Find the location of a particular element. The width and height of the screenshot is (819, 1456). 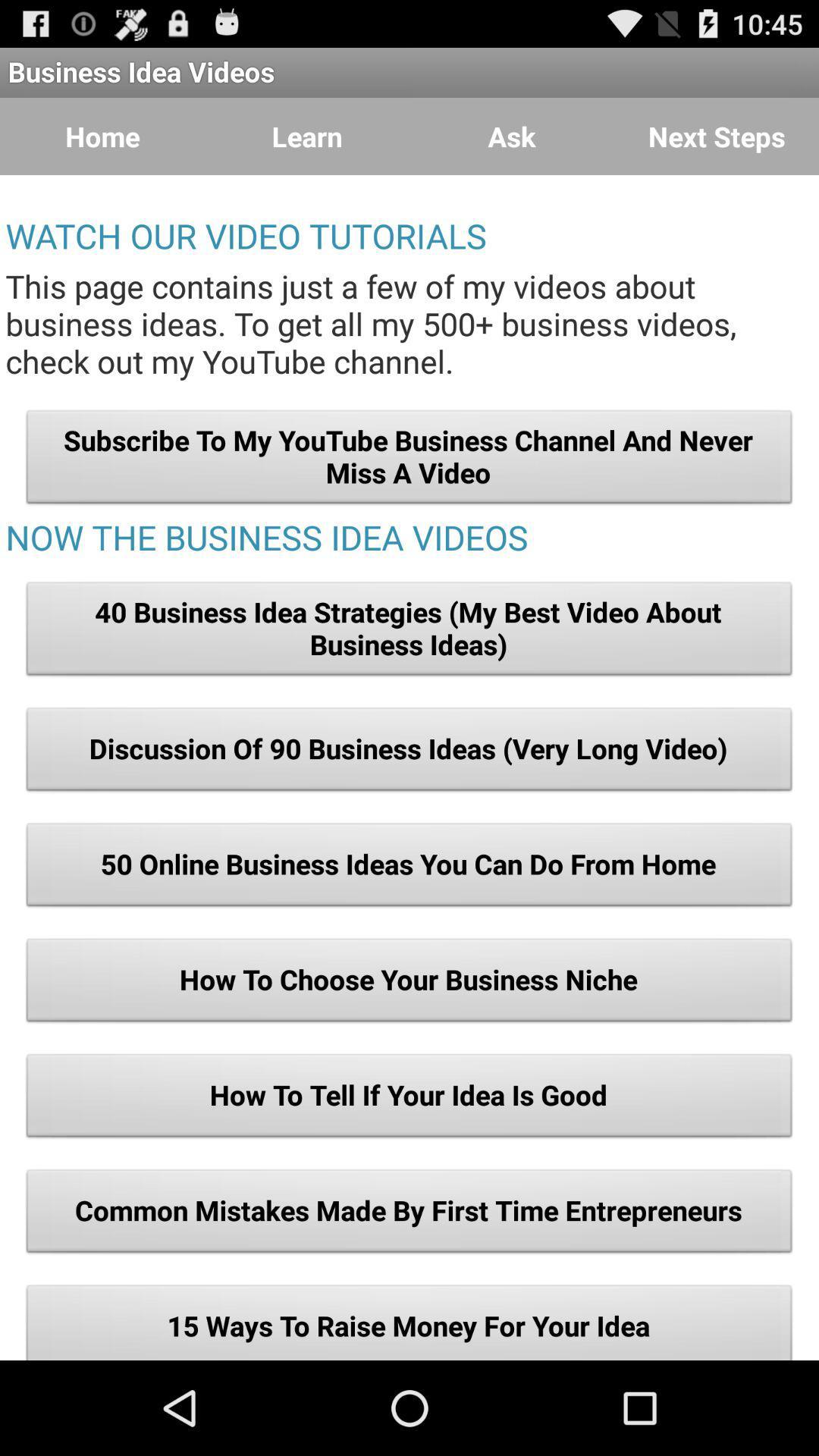

button to the left of the ask button is located at coordinates (307, 136).